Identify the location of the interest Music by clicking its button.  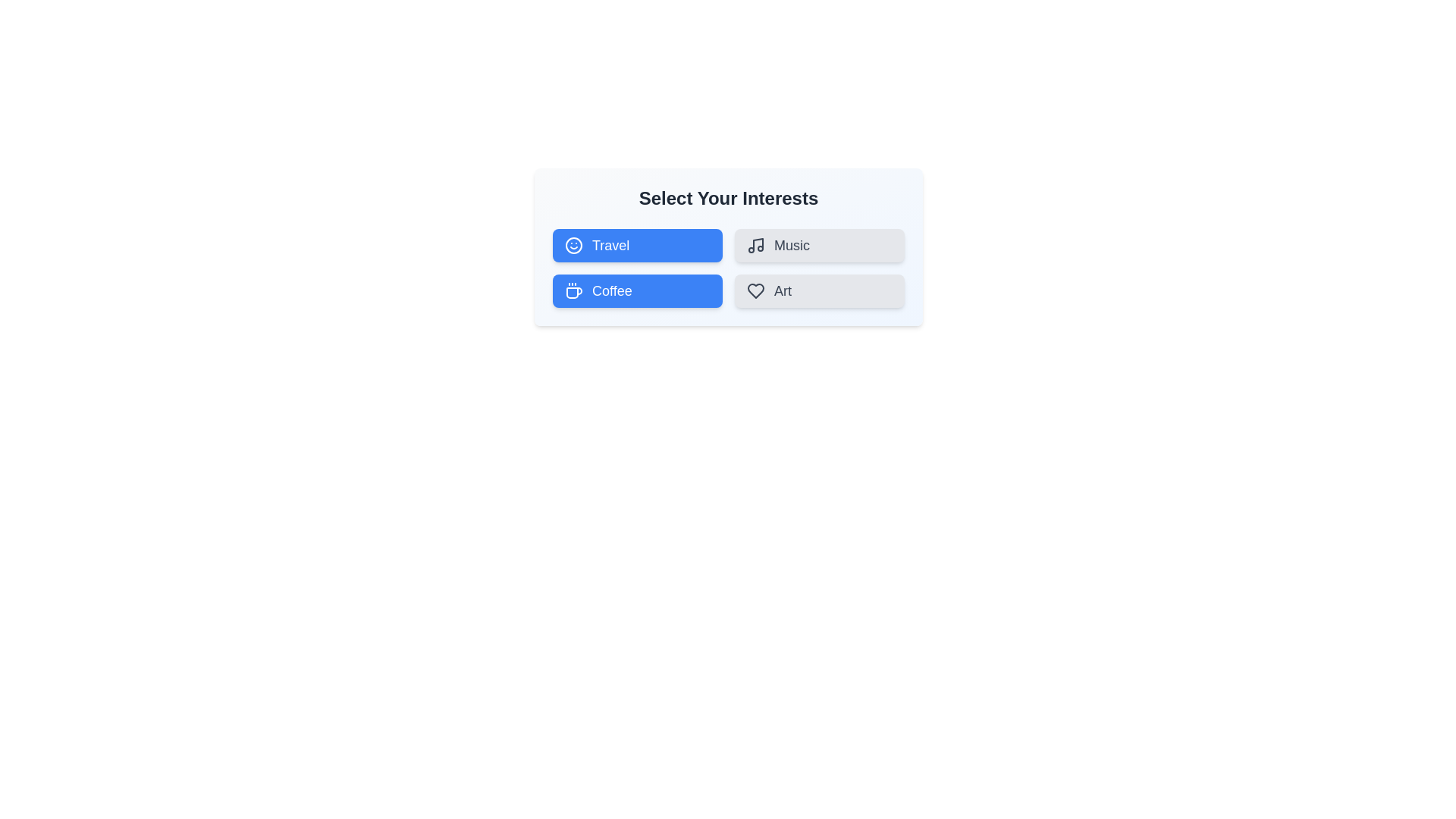
(818, 245).